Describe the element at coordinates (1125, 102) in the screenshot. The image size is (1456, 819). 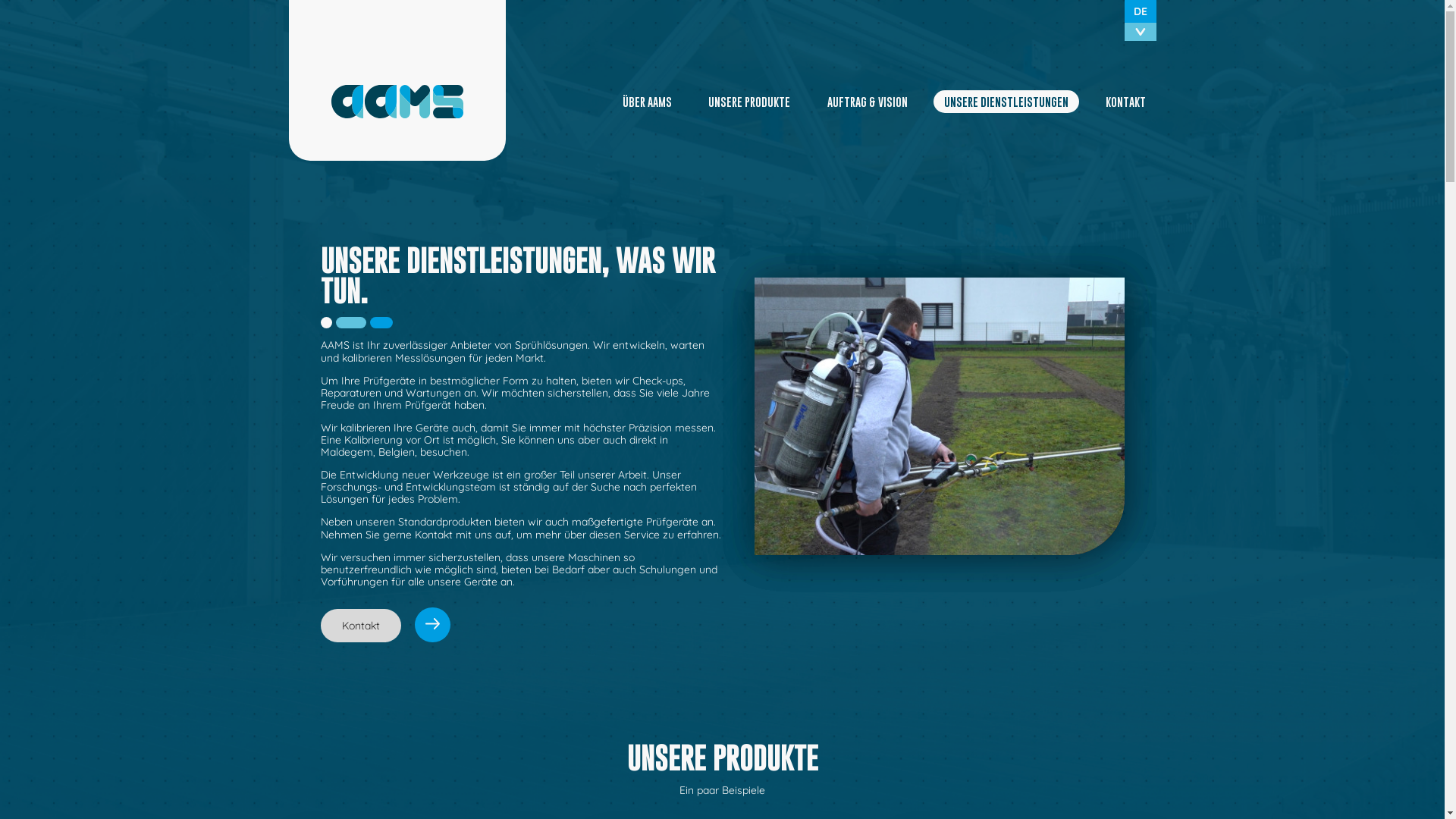
I see `'KONTAKT'` at that location.